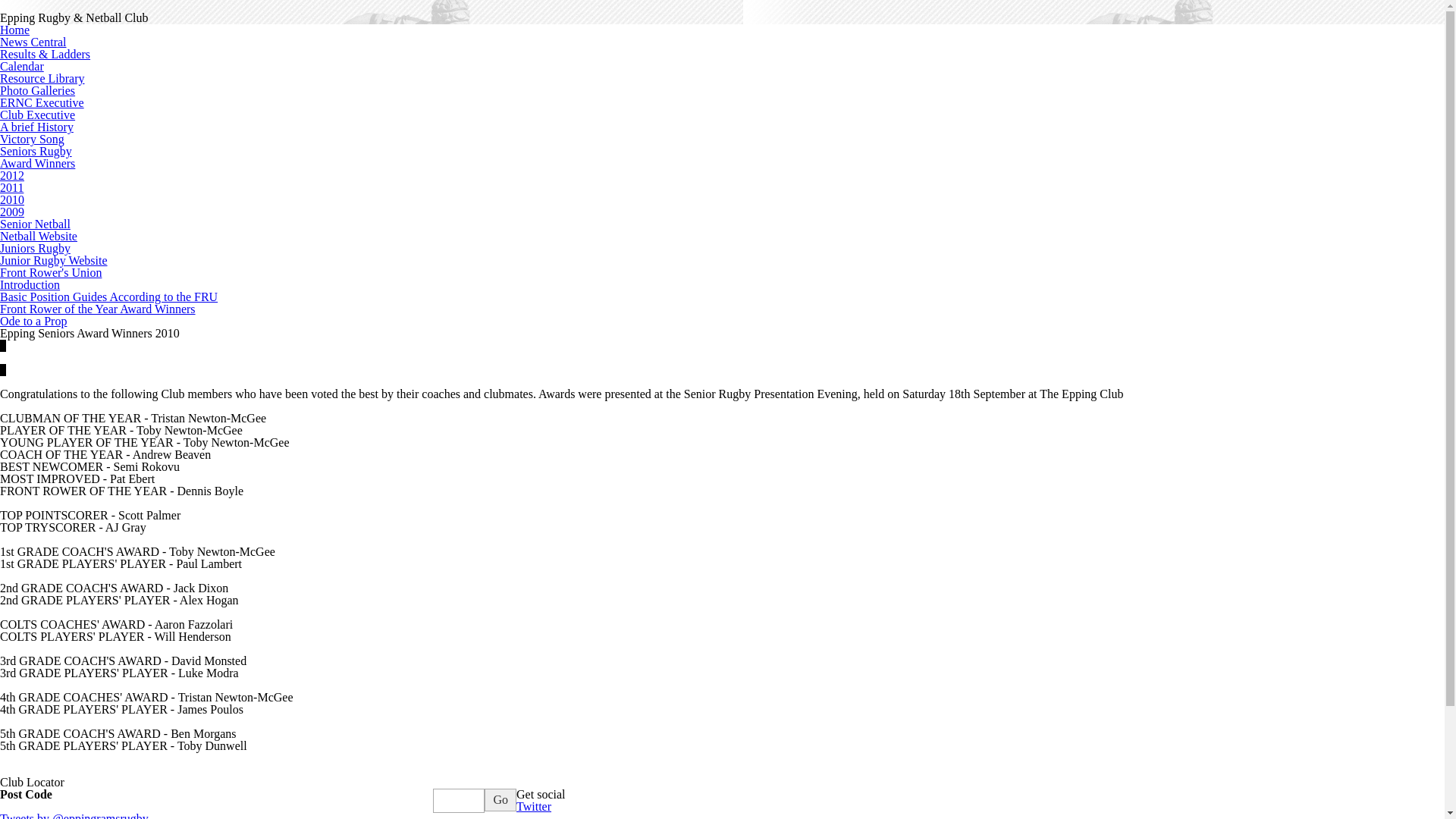 The image size is (1456, 819). Describe the element at coordinates (0, 212) in the screenshot. I see `'2009'` at that location.